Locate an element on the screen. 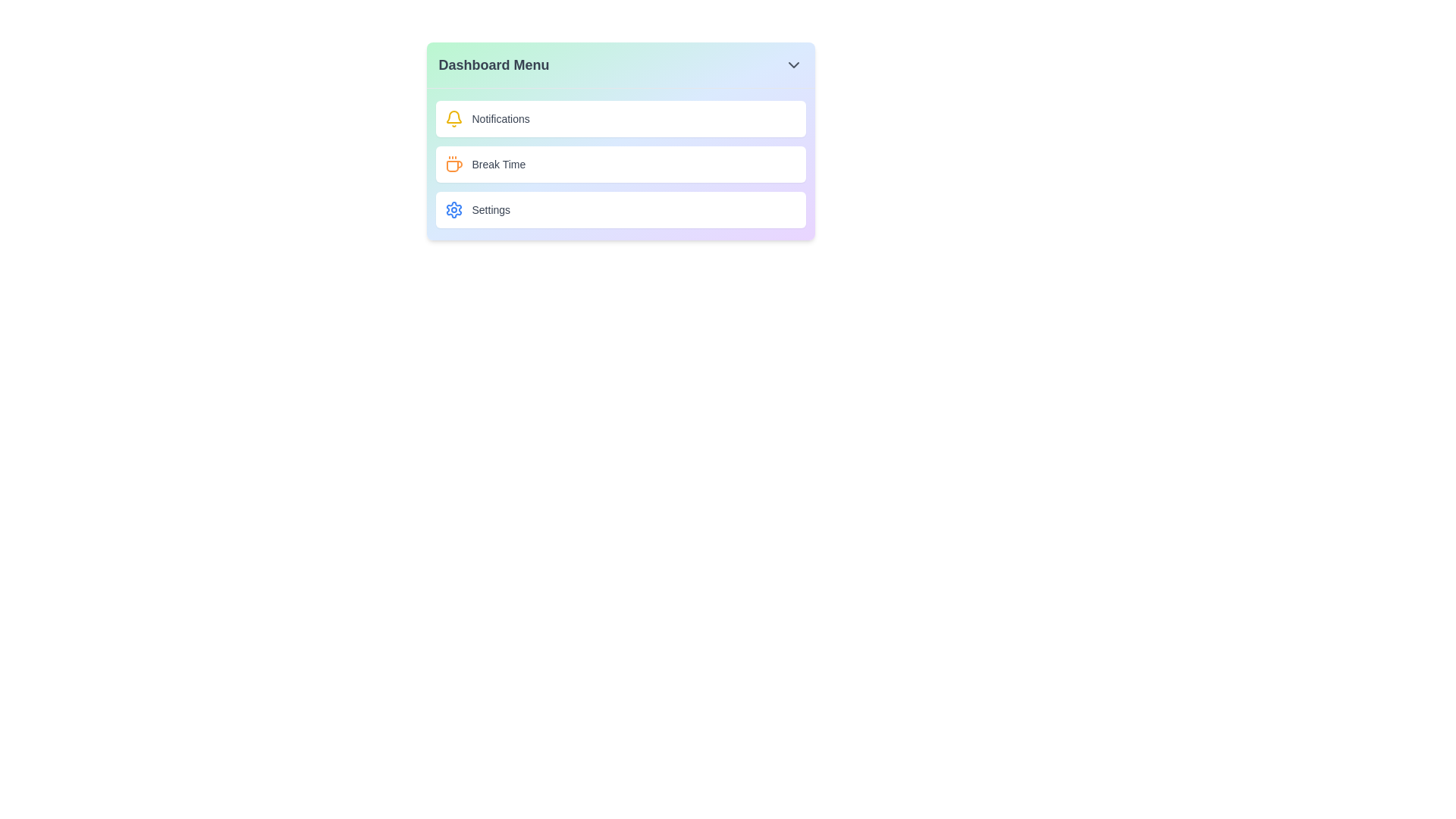 The image size is (1456, 819). the small downward-facing chevron icon button located at the far right of the 'Dashboard Menu' header is located at coordinates (792, 64).